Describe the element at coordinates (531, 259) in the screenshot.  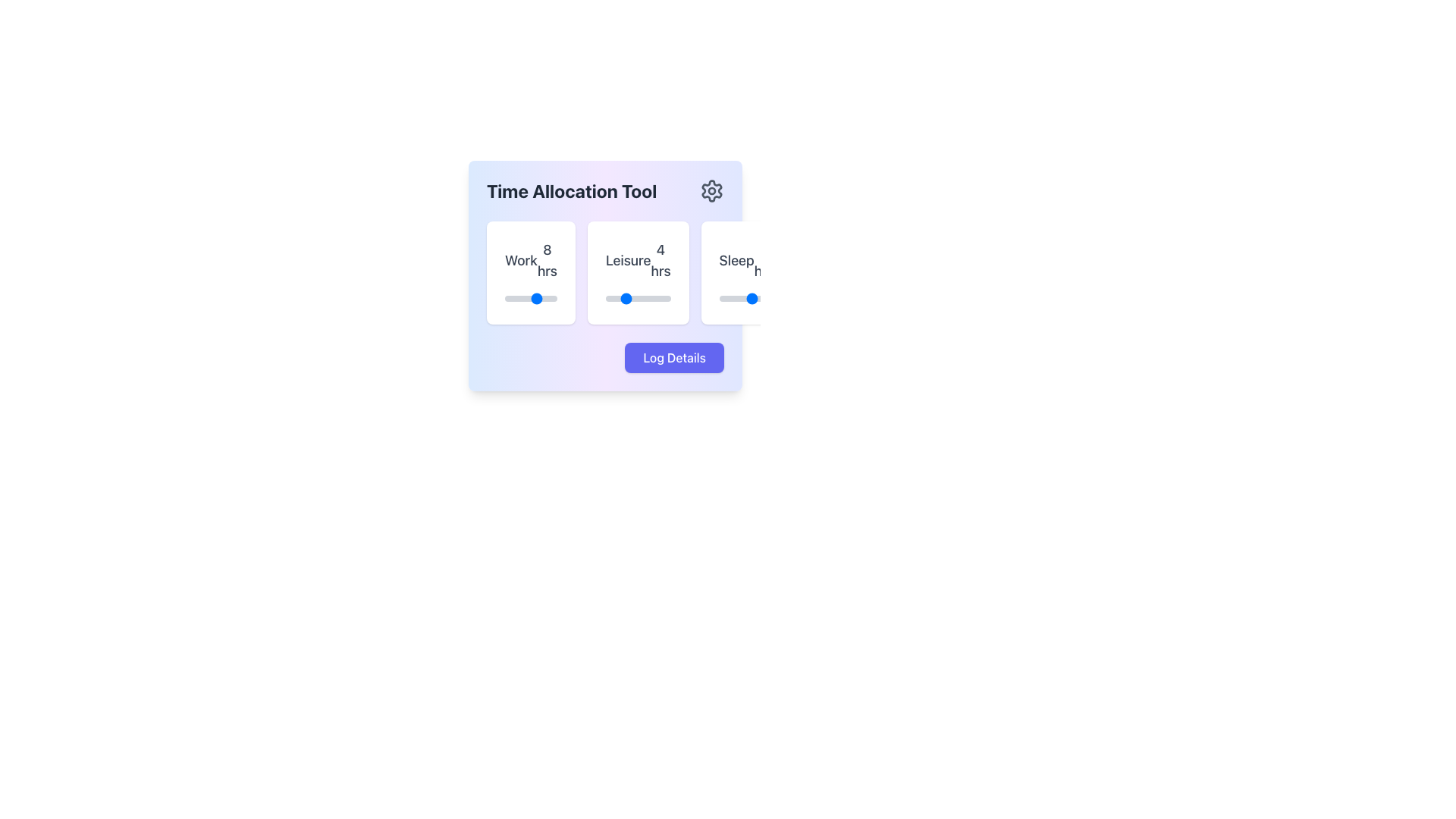
I see `the Text Label that displays the task category 'Work' and its associated time allocation '8 hrs', located within the 'Time Allocation Tool' card, above the slider component` at that location.